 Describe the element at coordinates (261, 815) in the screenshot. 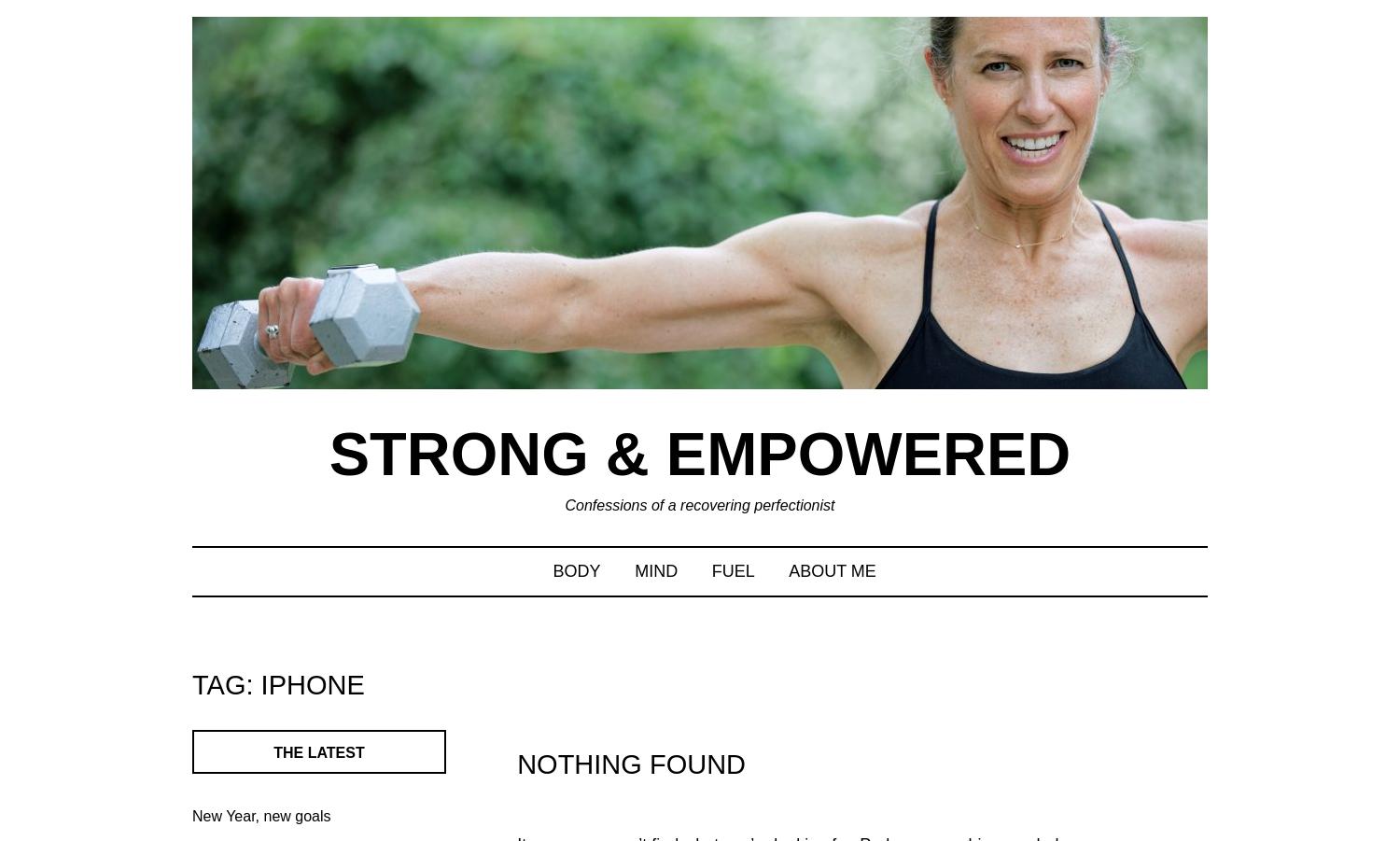

I see `'New Year, new goals'` at that location.